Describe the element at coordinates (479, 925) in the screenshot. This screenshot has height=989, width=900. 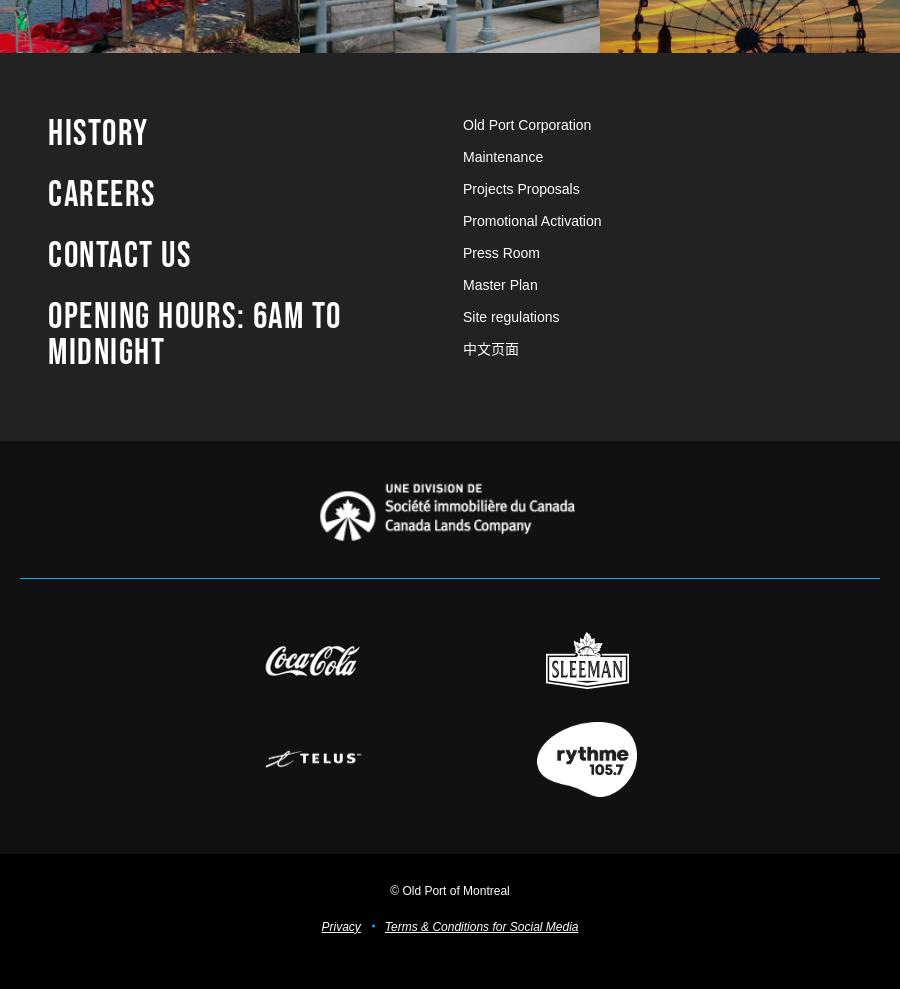
I see `'Terms & Conditions for Social Media'` at that location.